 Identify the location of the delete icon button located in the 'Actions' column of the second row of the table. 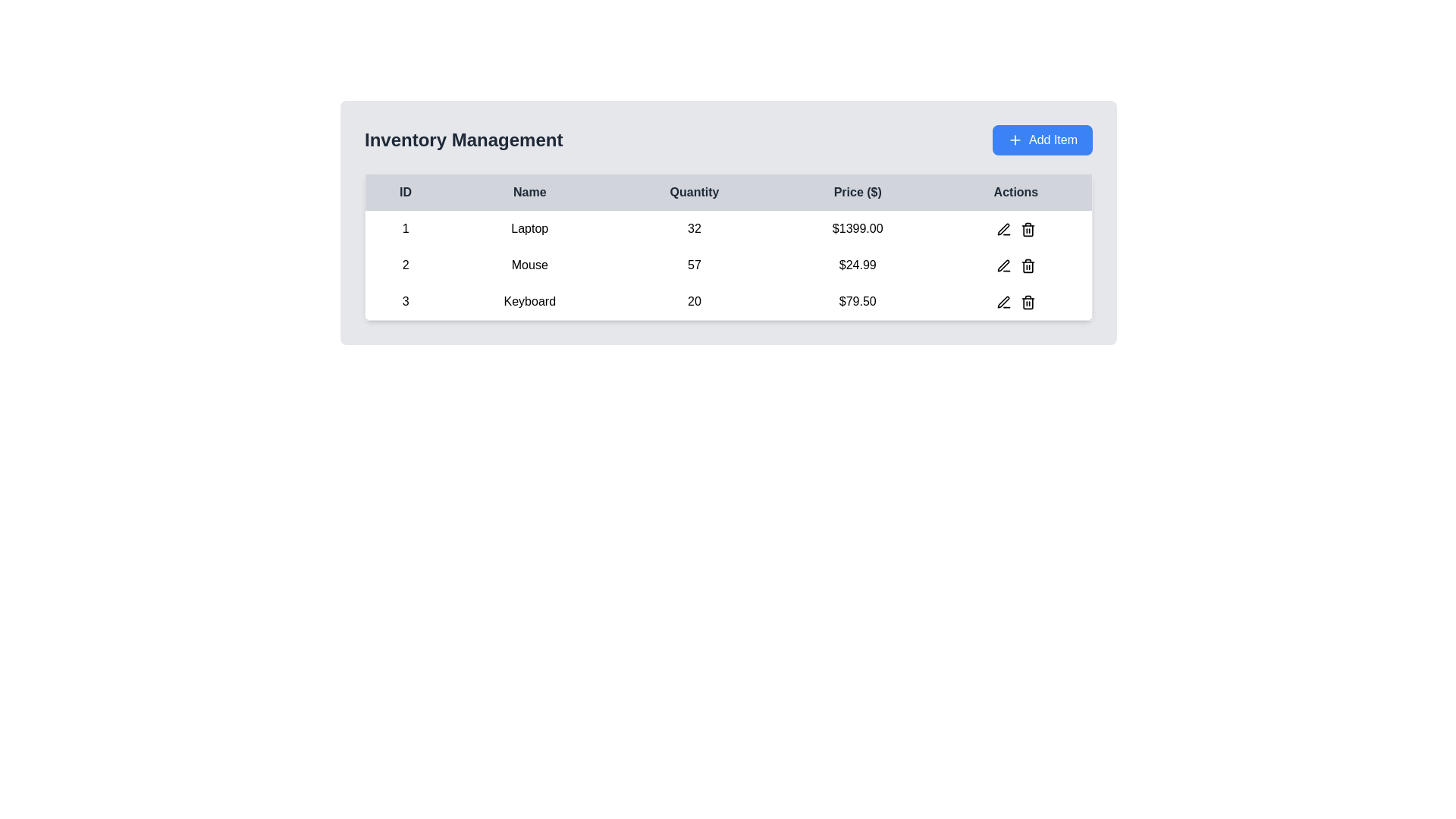
(1028, 265).